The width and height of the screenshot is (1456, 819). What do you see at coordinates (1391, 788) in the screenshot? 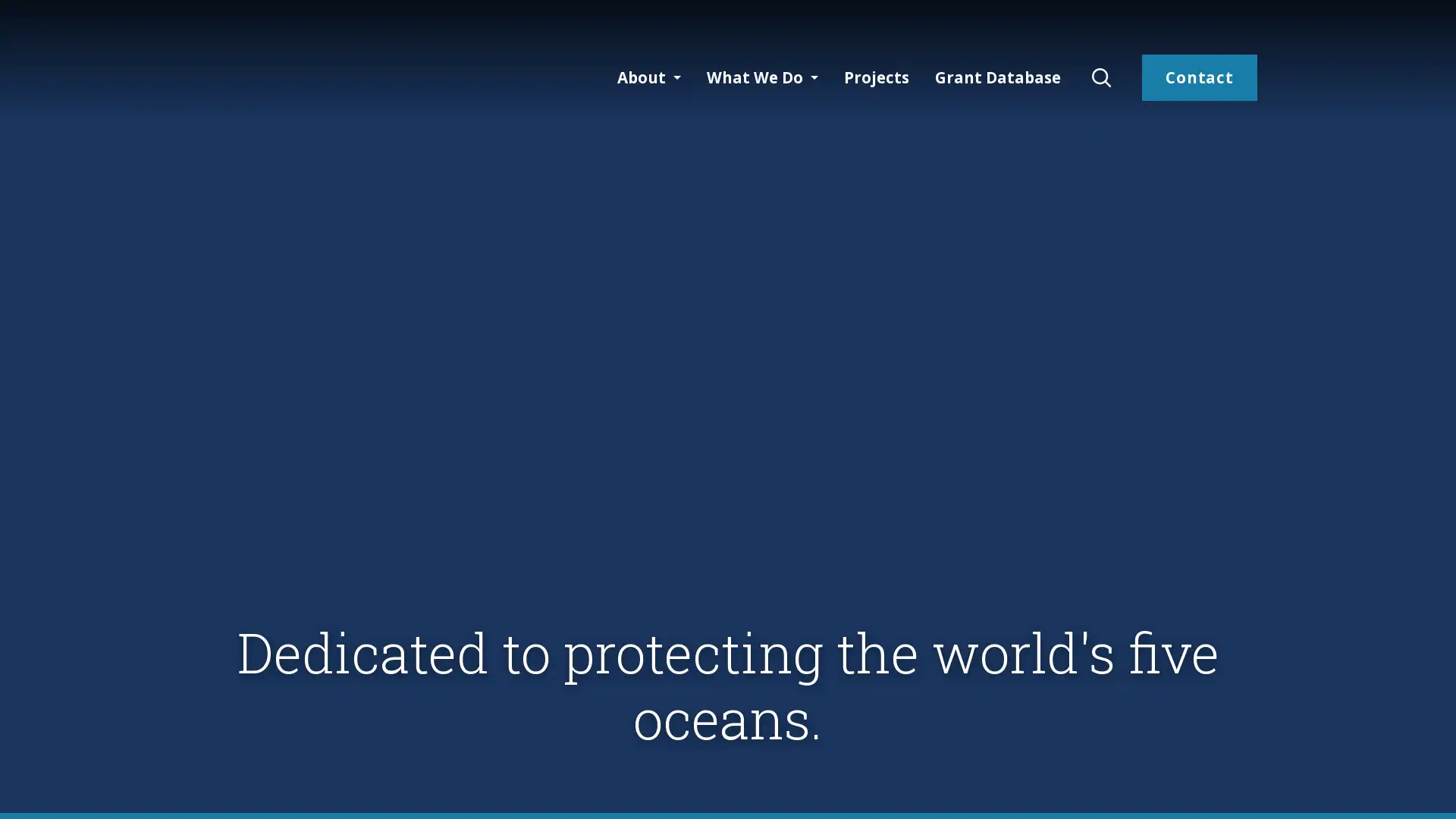
I see `Accept All` at bounding box center [1391, 788].